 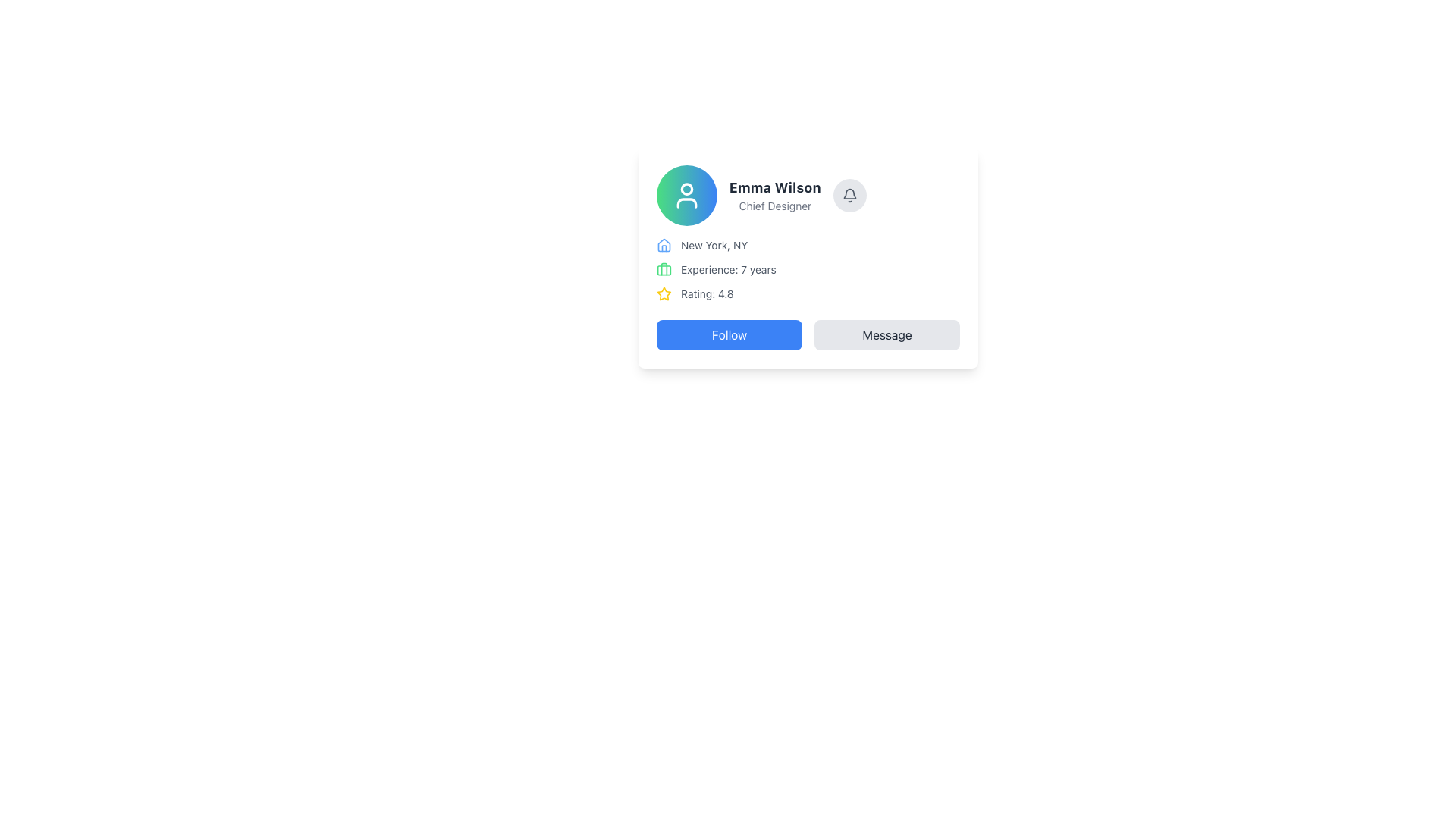 I want to click on the text displayed in the Text Label, which identifies the individual in the card-like interface, located at the top-left section next to the circular icon, so click(x=775, y=187).